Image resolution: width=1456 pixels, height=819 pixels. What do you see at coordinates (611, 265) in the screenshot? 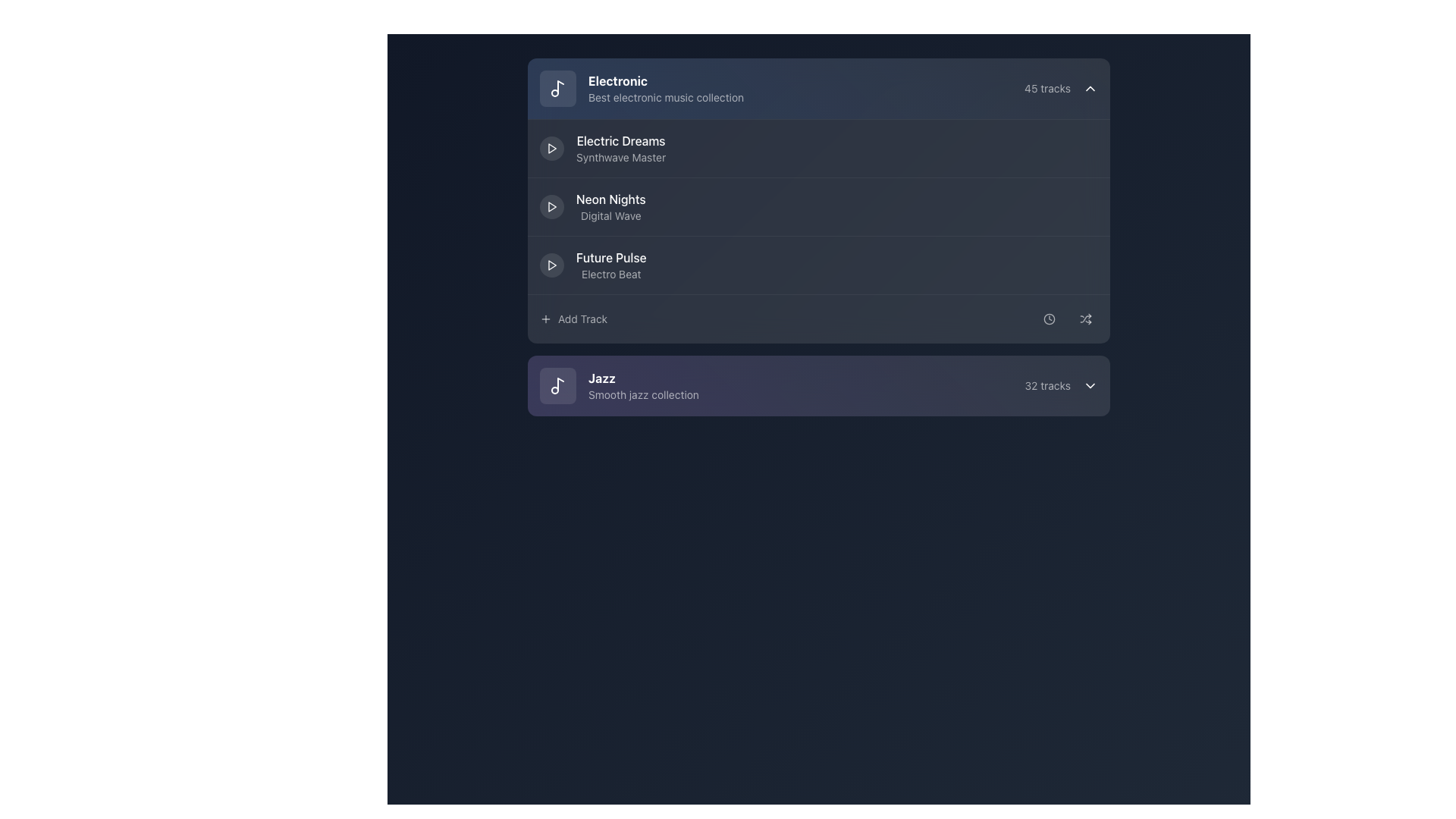
I see `the 'Future Pulse' text label in the 'Electronic' section` at bounding box center [611, 265].